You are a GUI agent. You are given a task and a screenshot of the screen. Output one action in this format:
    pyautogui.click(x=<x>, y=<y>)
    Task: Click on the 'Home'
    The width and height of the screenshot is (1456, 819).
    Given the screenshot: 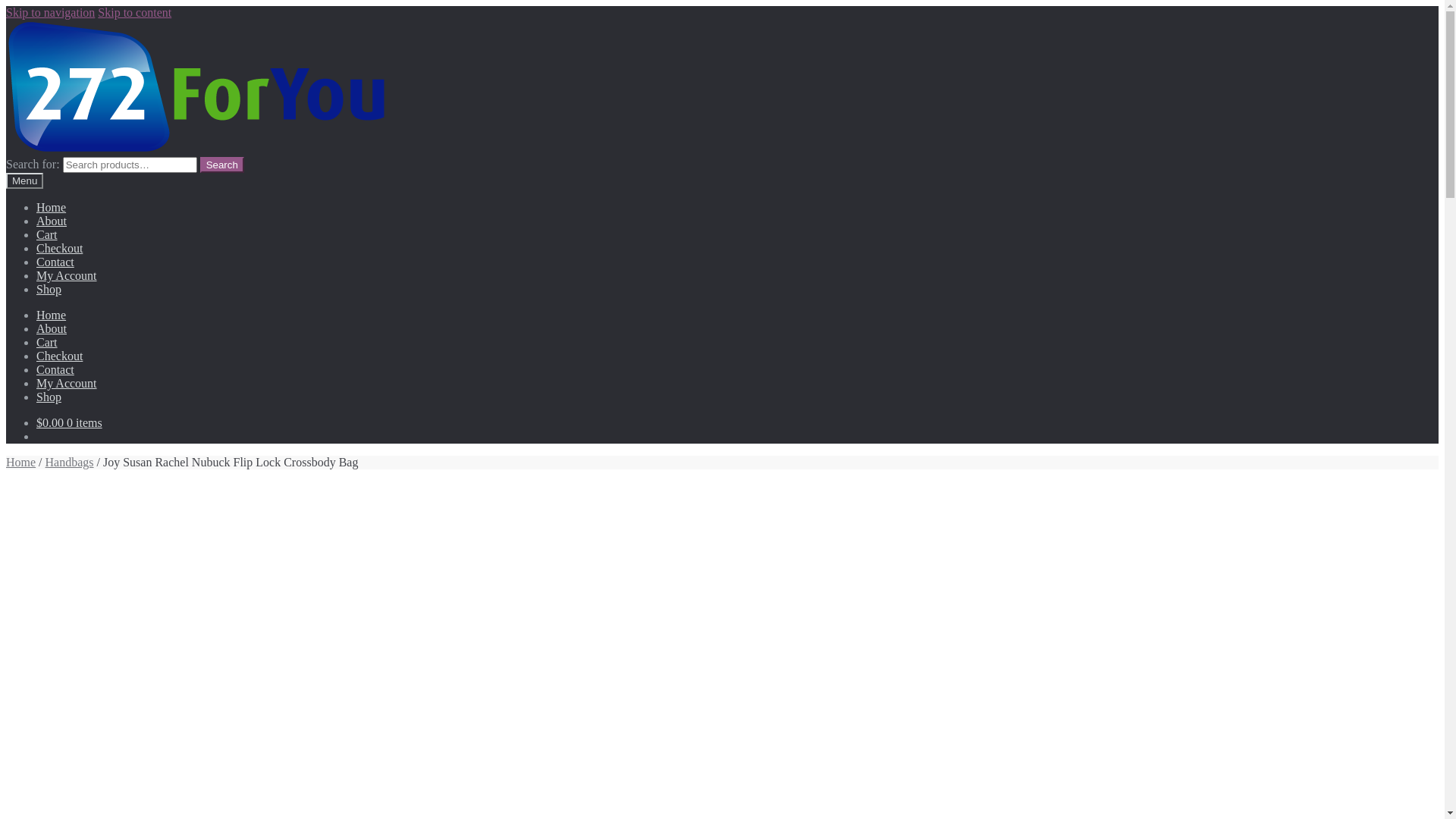 What is the action you would take?
    pyautogui.click(x=51, y=314)
    